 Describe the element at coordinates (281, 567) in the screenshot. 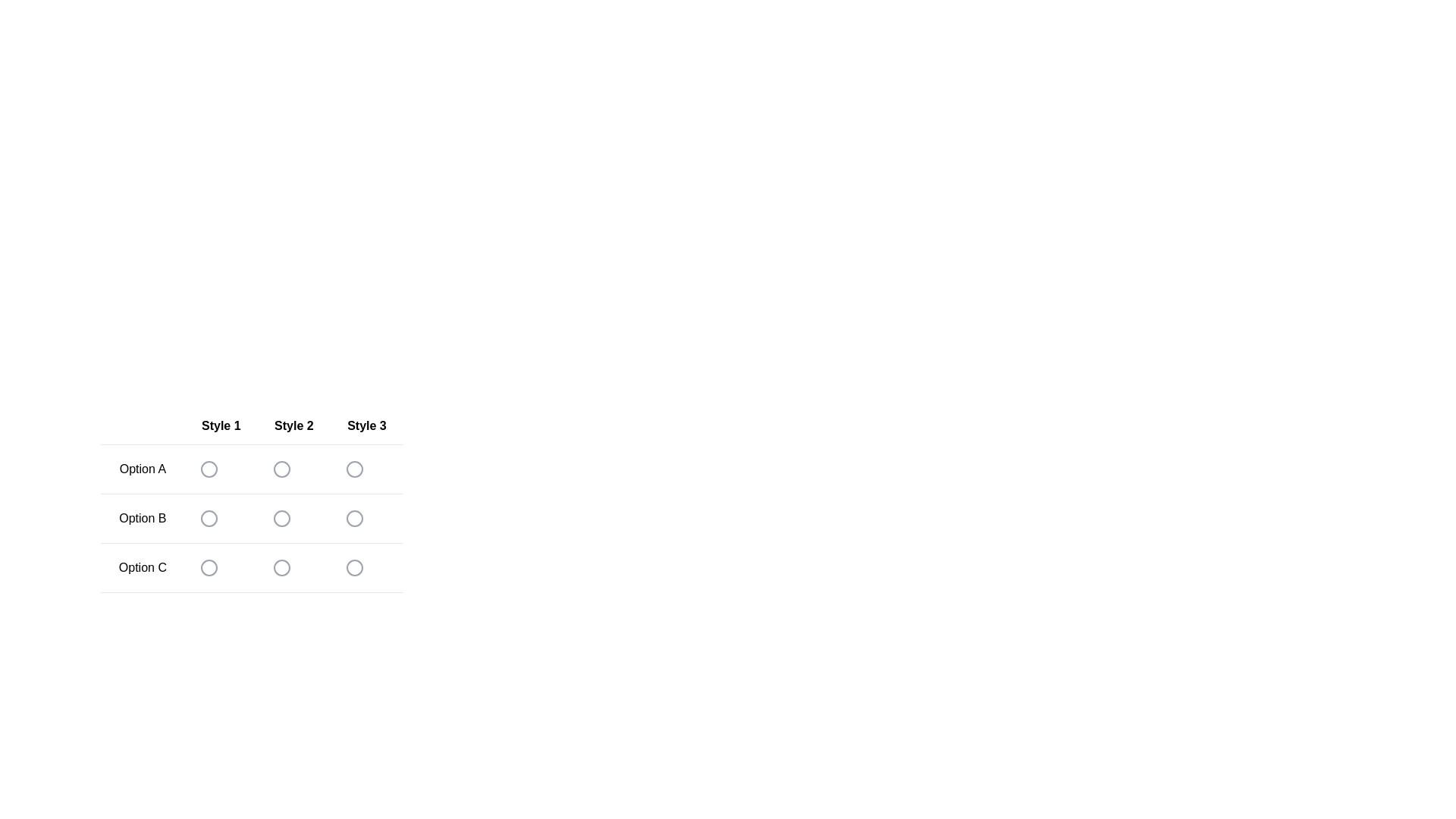

I see `the interactive radio button under 'Style 2' aligned with 'Option C'` at that location.